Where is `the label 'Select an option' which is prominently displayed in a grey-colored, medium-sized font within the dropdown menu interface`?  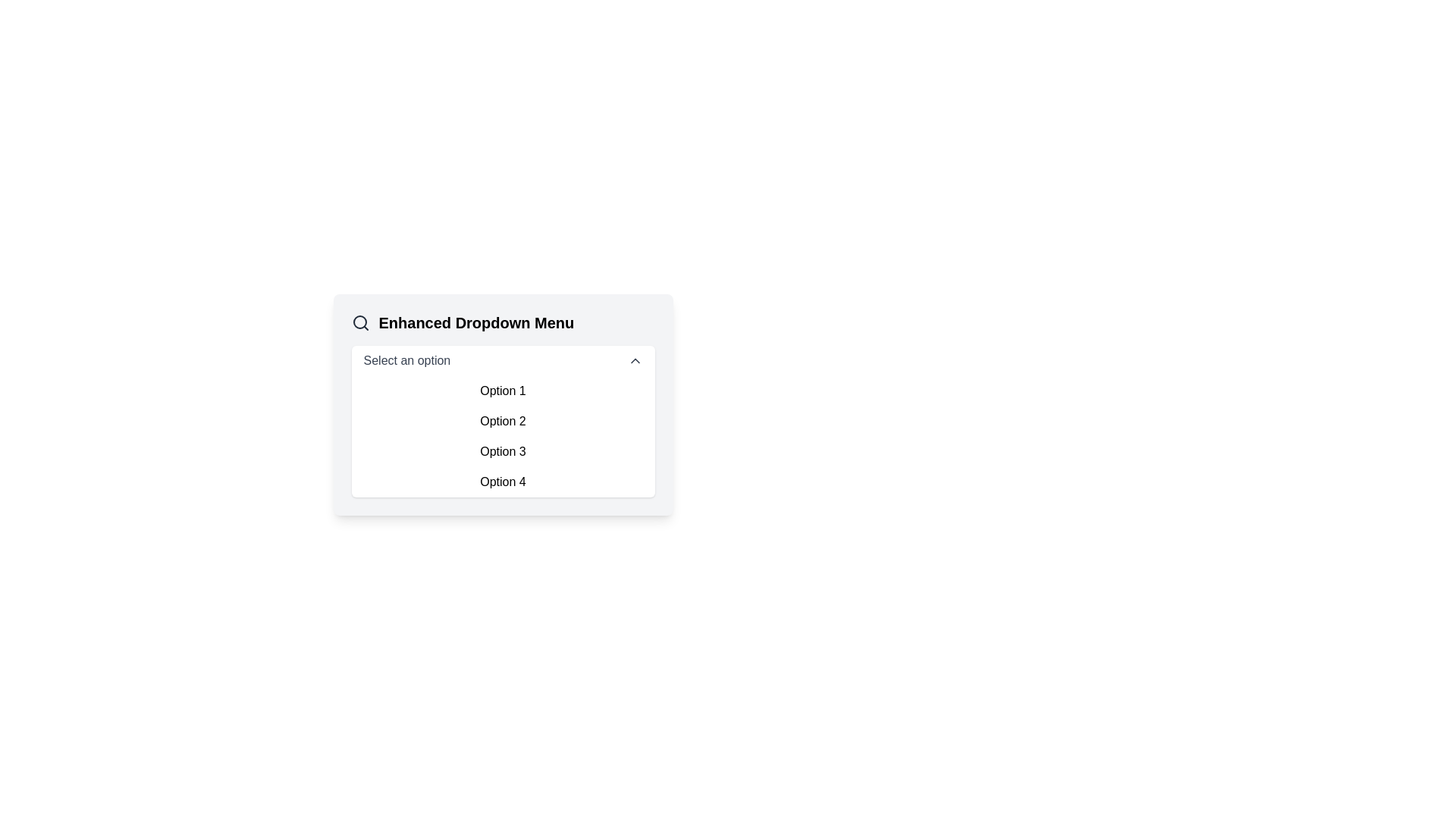 the label 'Select an option' which is prominently displayed in a grey-colored, medium-sized font within the dropdown menu interface is located at coordinates (406, 360).